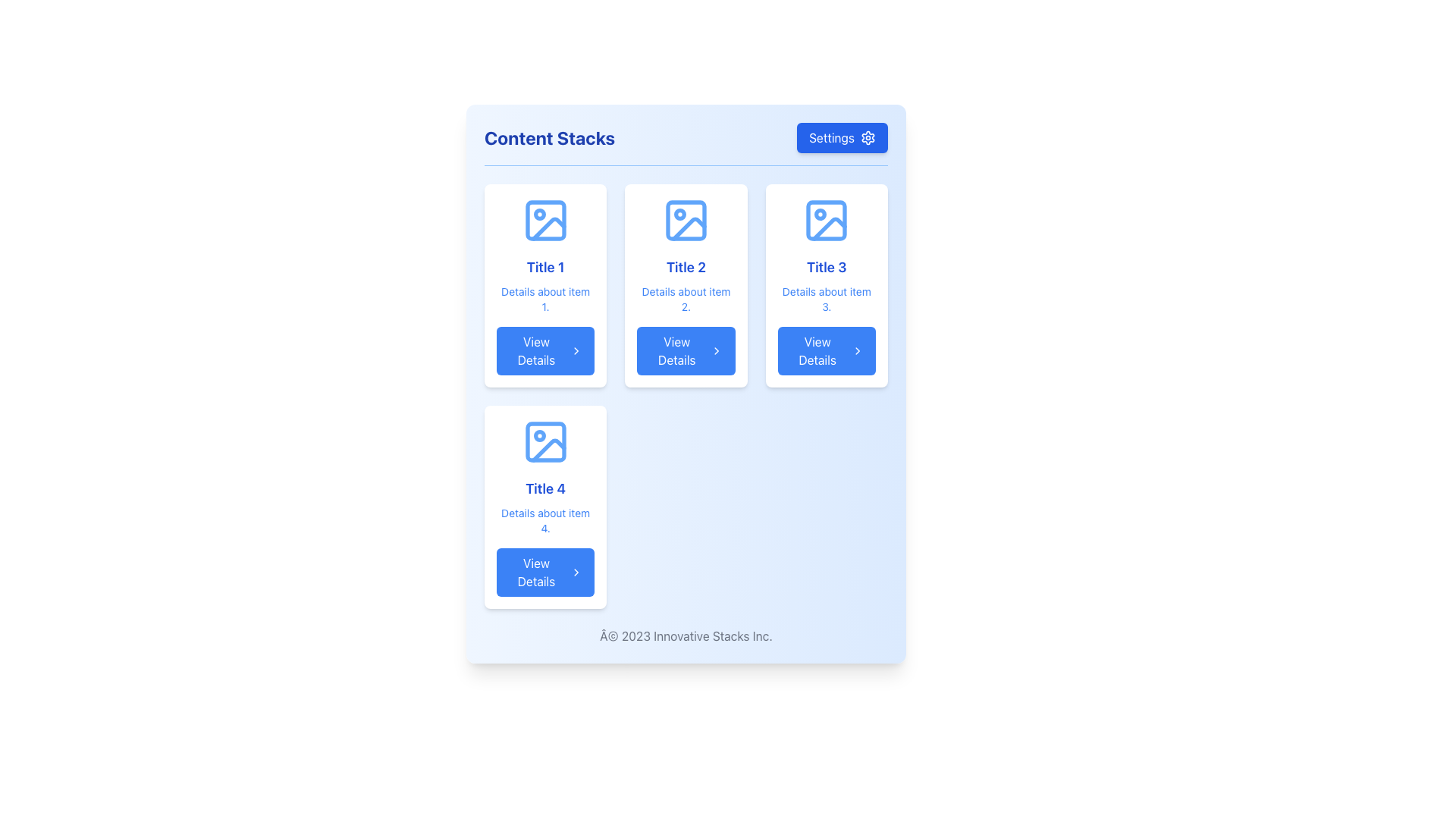  I want to click on the decorative icon related to the image representation in the card titled 'Title 3', located at the upper region of the card's content area, so click(829, 229).